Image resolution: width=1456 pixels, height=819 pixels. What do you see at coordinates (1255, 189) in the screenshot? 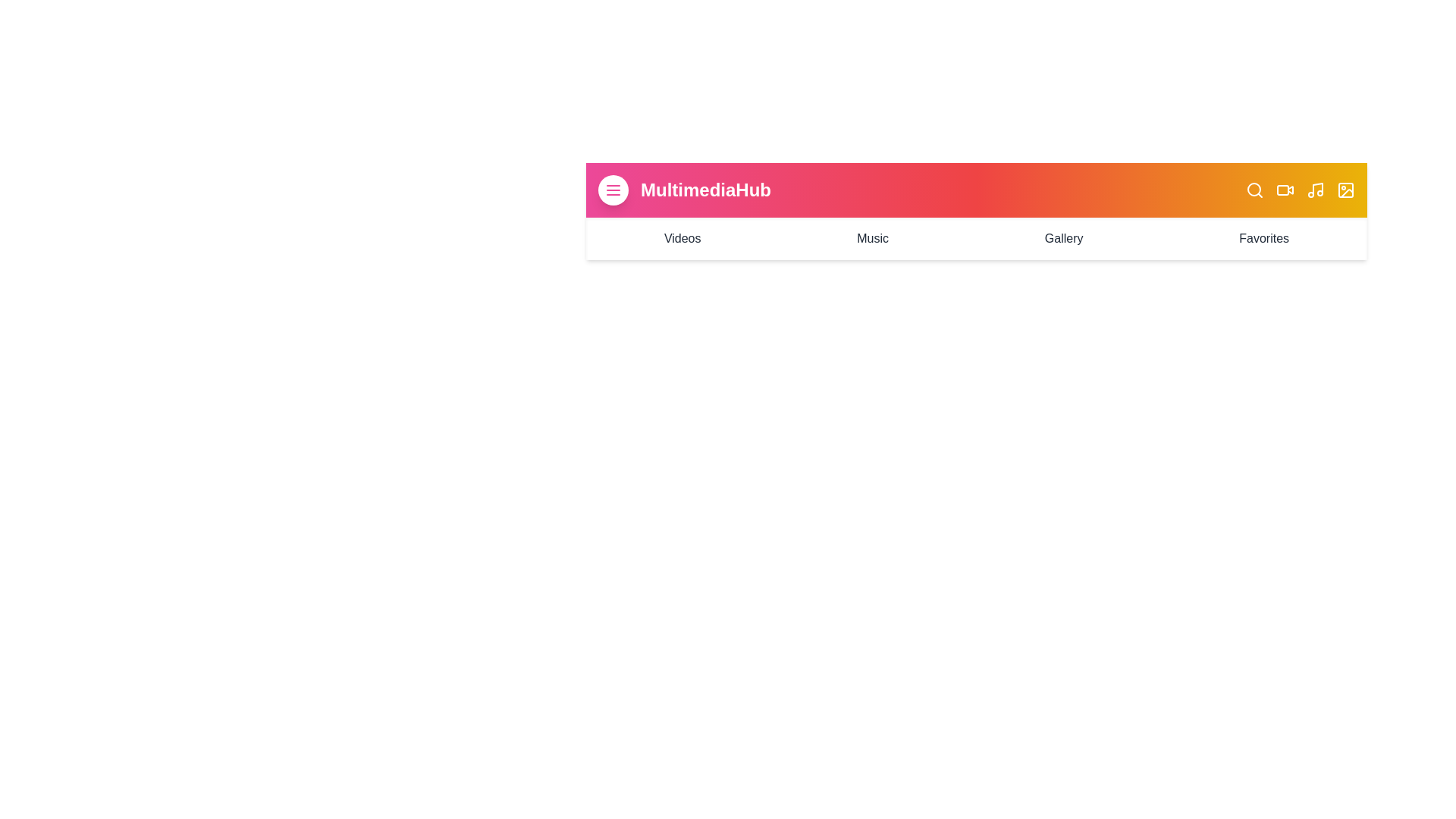
I see `the search icon to perform the corresponding action` at bounding box center [1255, 189].